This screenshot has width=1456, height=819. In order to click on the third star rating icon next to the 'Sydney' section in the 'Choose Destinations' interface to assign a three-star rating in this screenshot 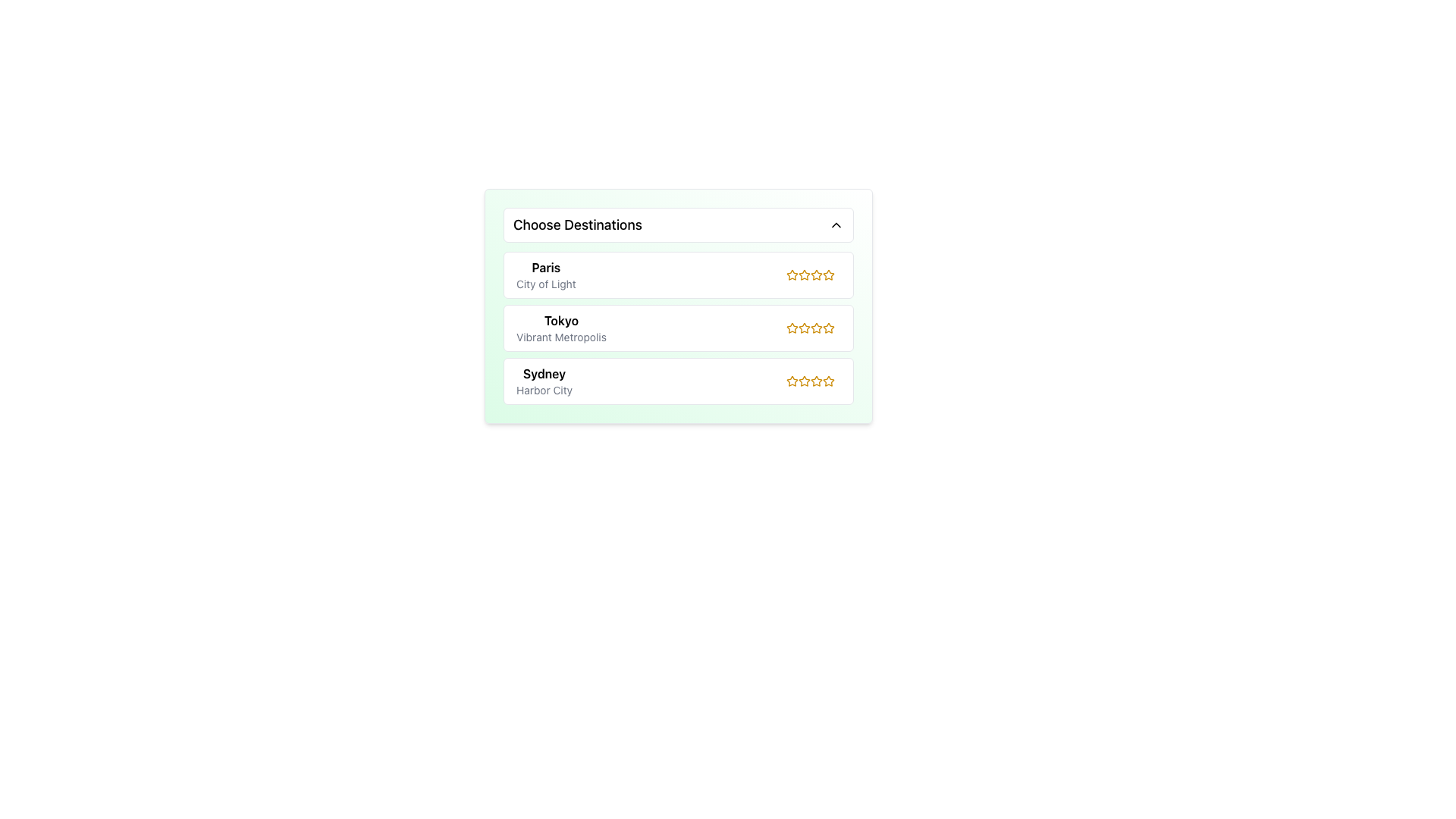, I will do `click(815, 380)`.